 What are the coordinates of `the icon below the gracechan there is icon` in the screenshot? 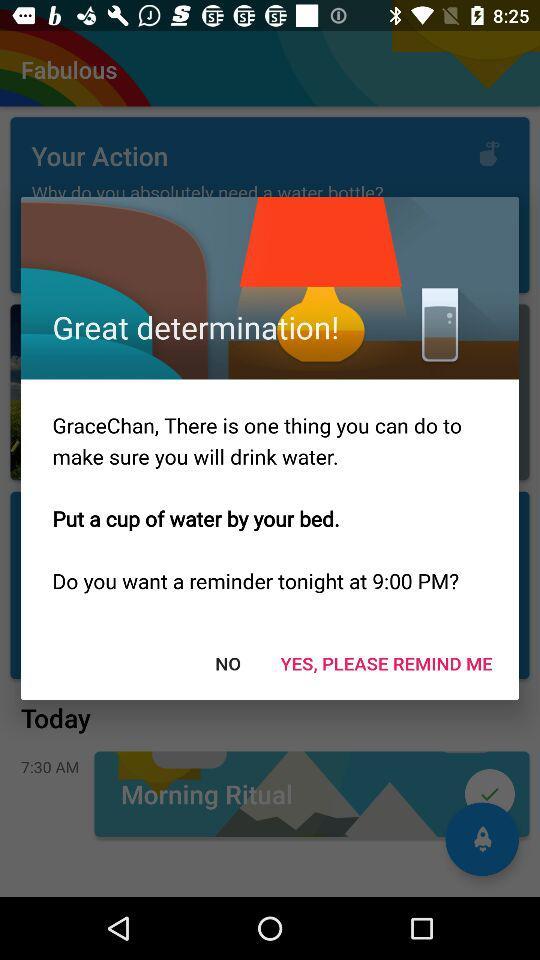 It's located at (386, 663).